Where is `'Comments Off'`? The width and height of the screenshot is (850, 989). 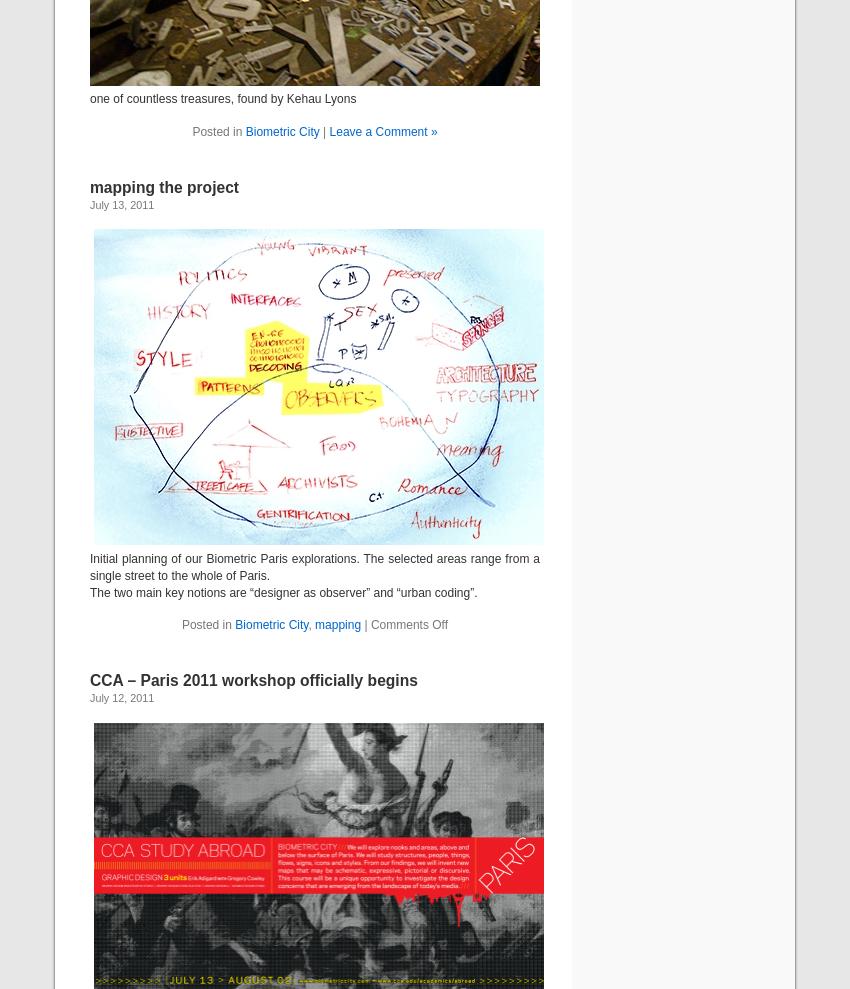 'Comments Off' is located at coordinates (409, 625).